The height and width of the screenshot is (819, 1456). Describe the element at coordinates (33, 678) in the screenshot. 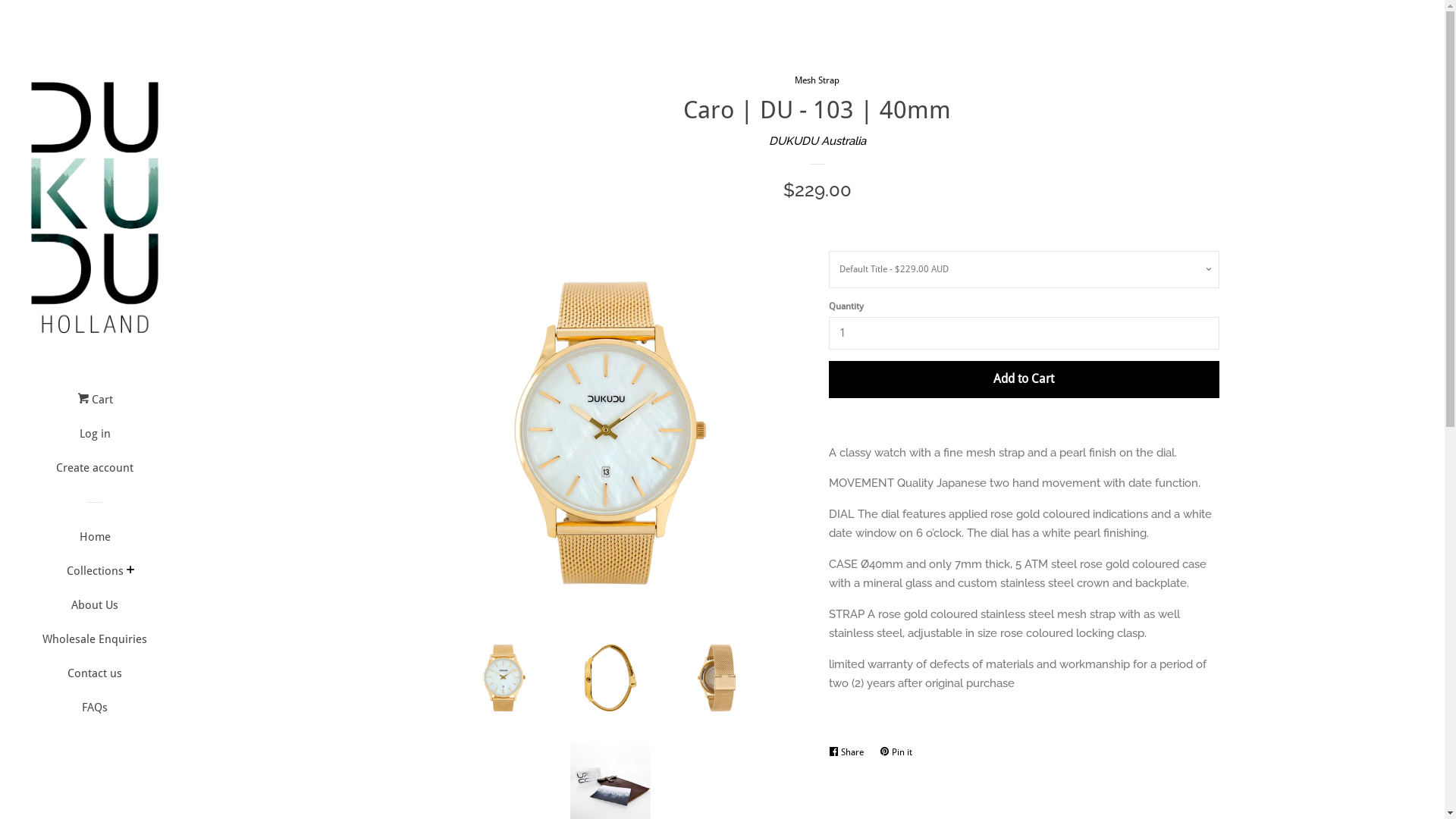

I see `'Contact us'` at that location.